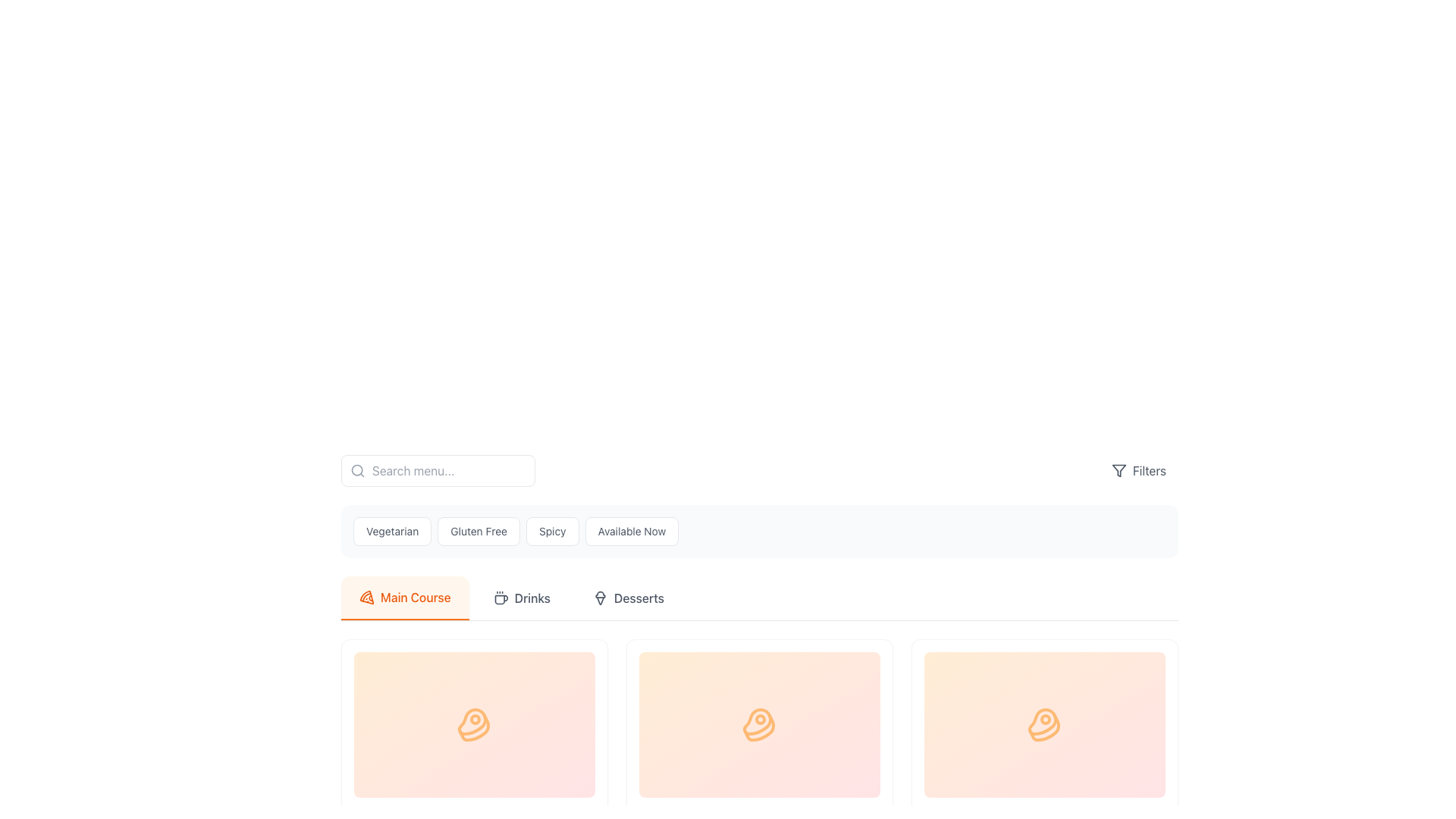 The width and height of the screenshot is (1456, 819). What do you see at coordinates (437, 470) in the screenshot?
I see `the search input field with a light gray border and rounded corners, which contains a magnifying glass icon and placeholder text 'Search menu...', to focus it` at bounding box center [437, 470].